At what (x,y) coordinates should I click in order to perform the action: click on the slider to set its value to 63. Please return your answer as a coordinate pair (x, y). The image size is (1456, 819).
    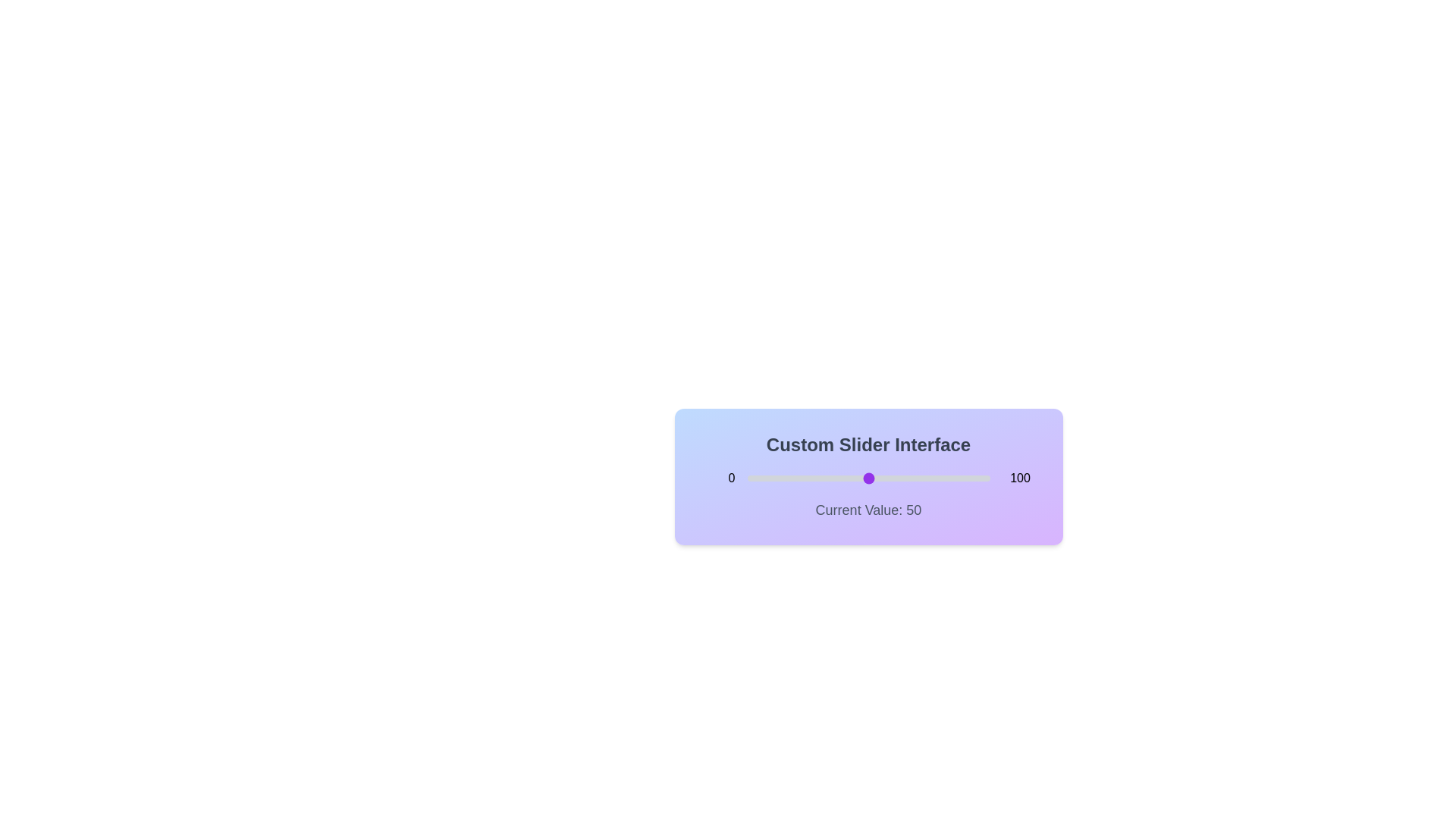
    Looking at the image, I should click on (900, 479).